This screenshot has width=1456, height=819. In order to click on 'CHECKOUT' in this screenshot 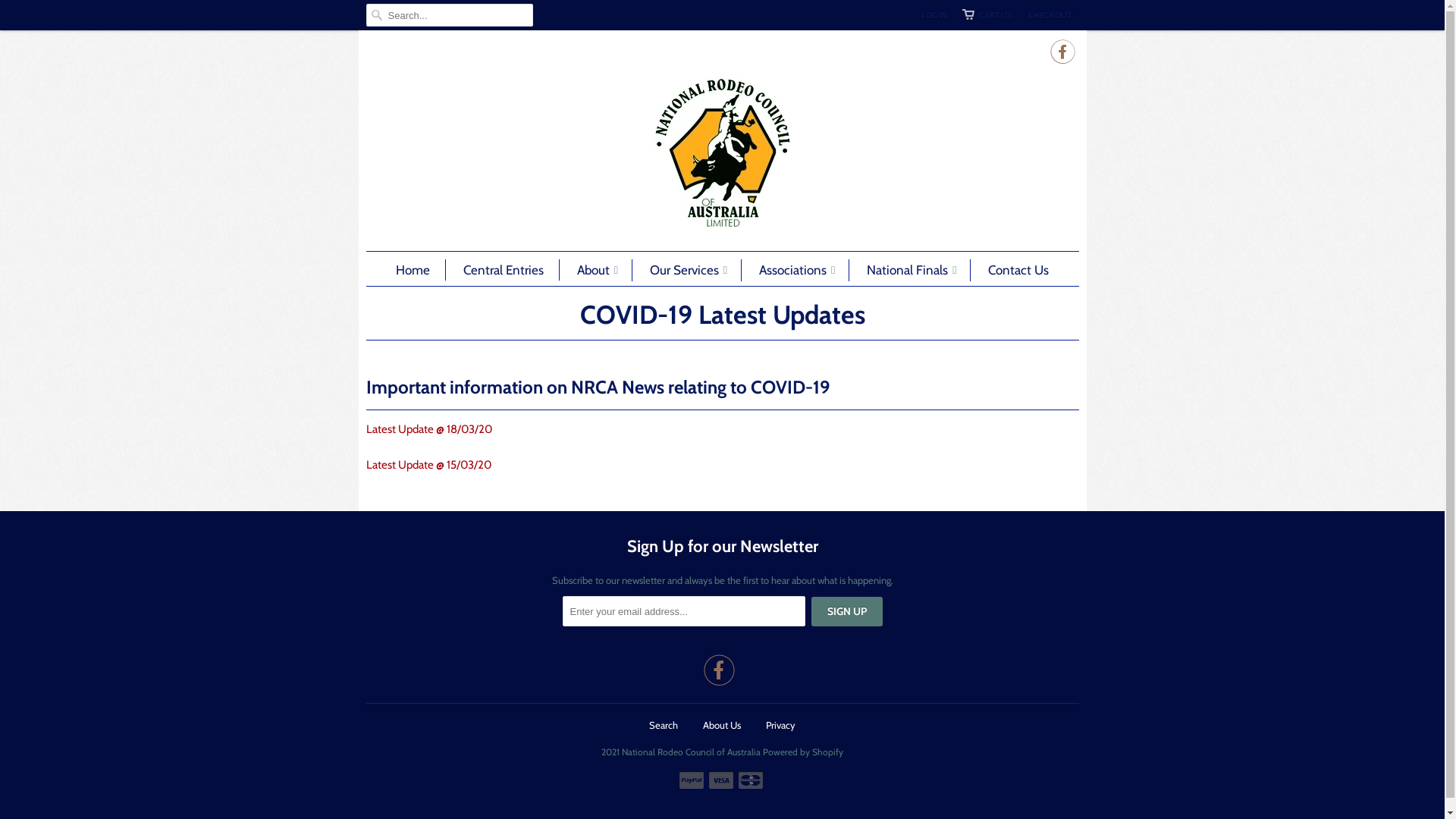, I will do `click(1049, 14)`.